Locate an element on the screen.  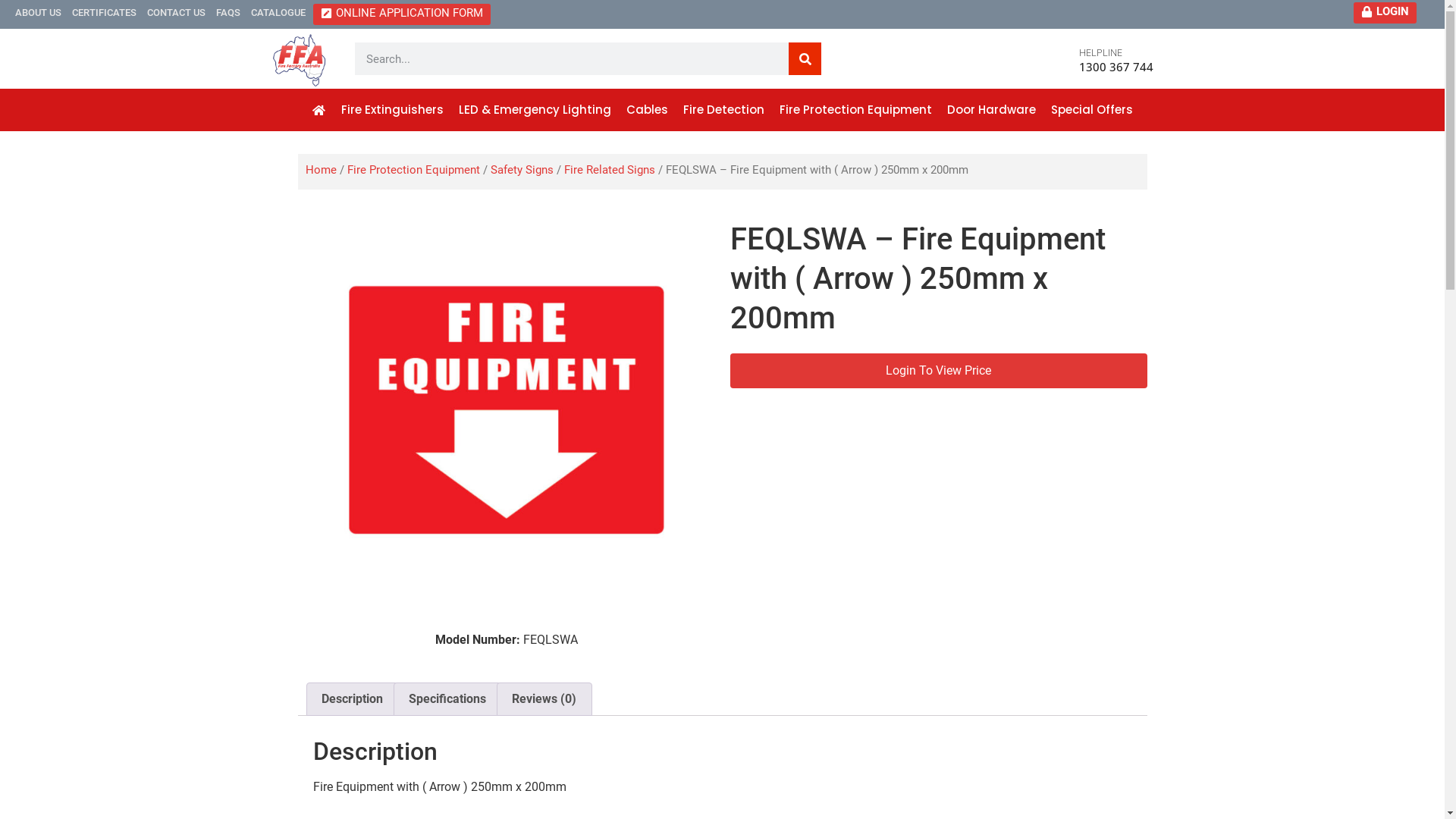
'Fire Protection Equipment' is located at coordinates (413, 169).